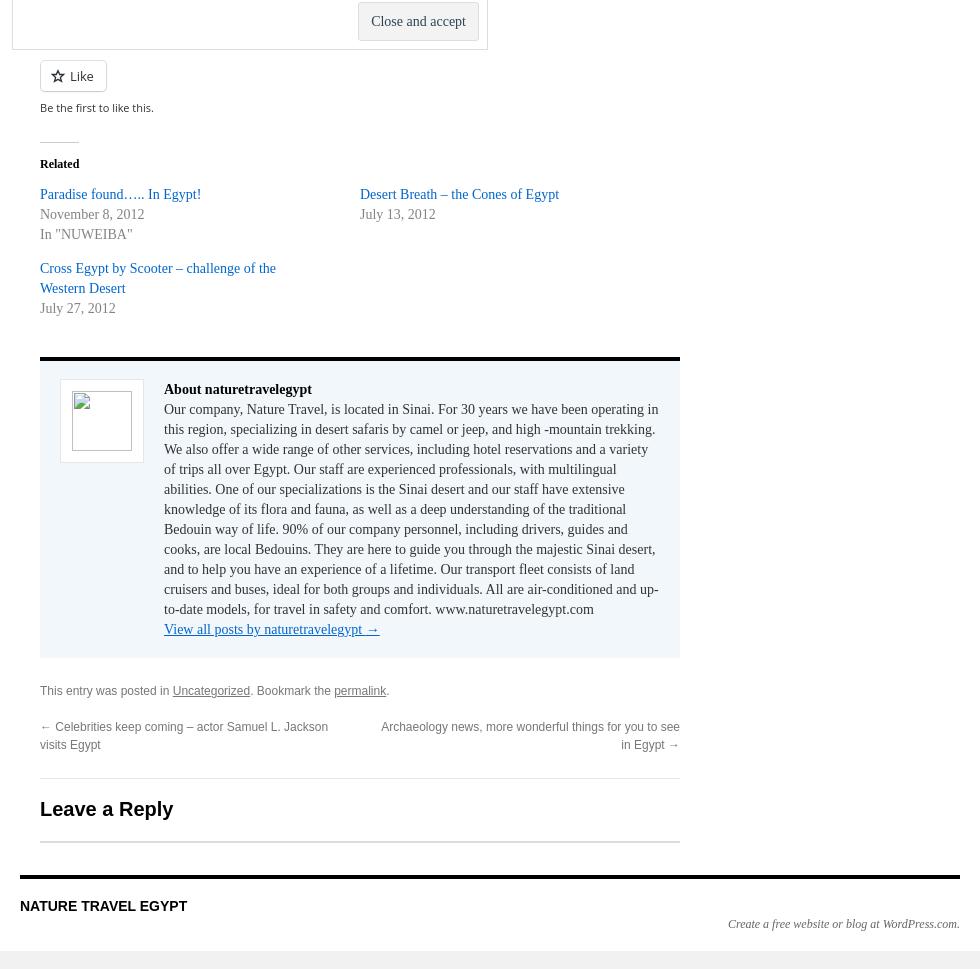 The height and width of the screenshot is (969, 980). What do you see at coordinates (387, 689) in the screenshot?
I see `'.'` at bounding box center [387, 689].